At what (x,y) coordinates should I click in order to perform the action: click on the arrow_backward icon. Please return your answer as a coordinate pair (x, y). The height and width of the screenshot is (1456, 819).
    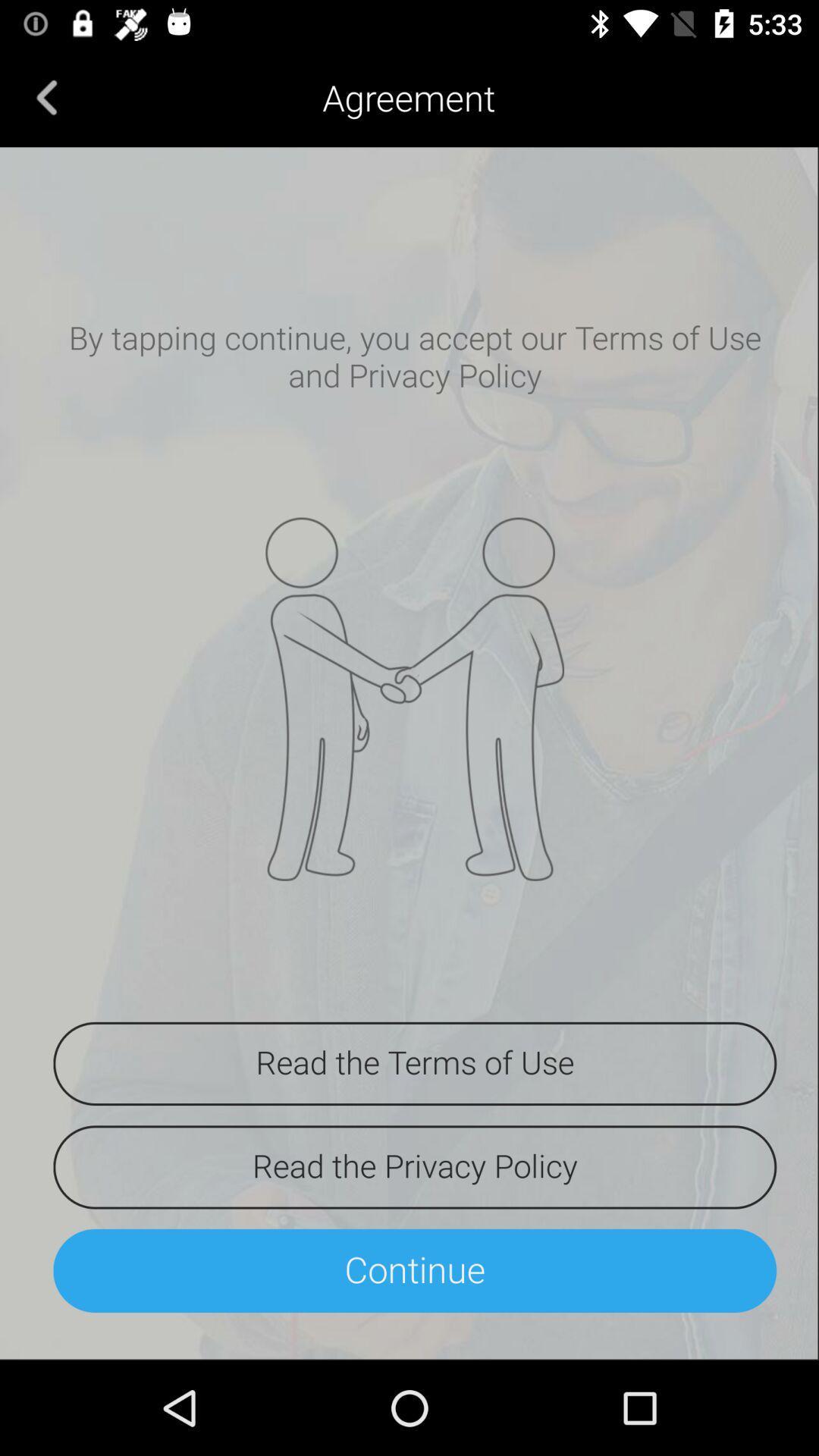
    Looking at the image, I should click on (46, 96).